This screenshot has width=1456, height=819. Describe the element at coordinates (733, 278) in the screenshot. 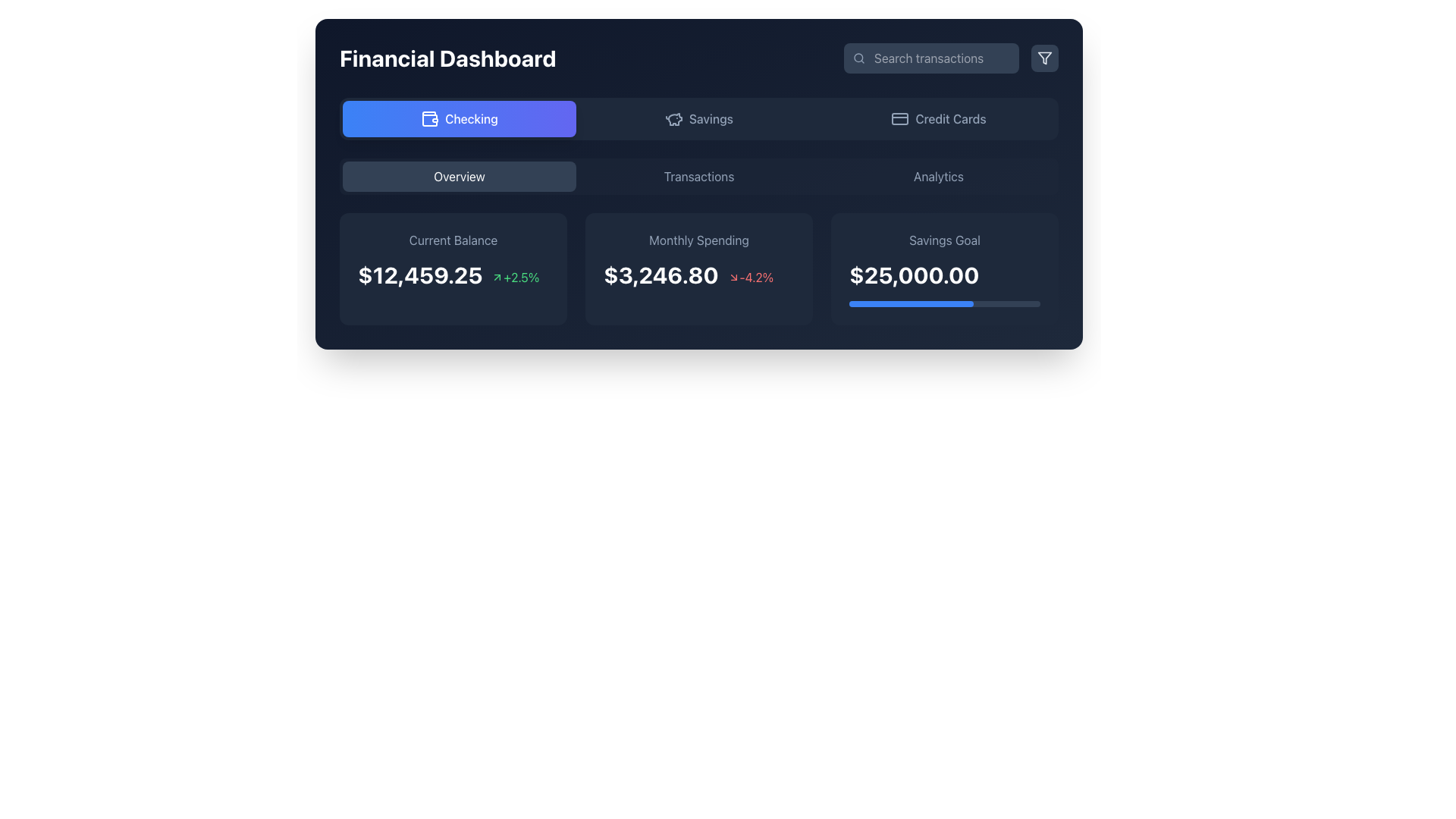

I see `the downward trend arrow icon located in the 'Monthly Spending' section of the dashboard, which is positioned to the right of the spending amount ($3,246.80)` at that location.